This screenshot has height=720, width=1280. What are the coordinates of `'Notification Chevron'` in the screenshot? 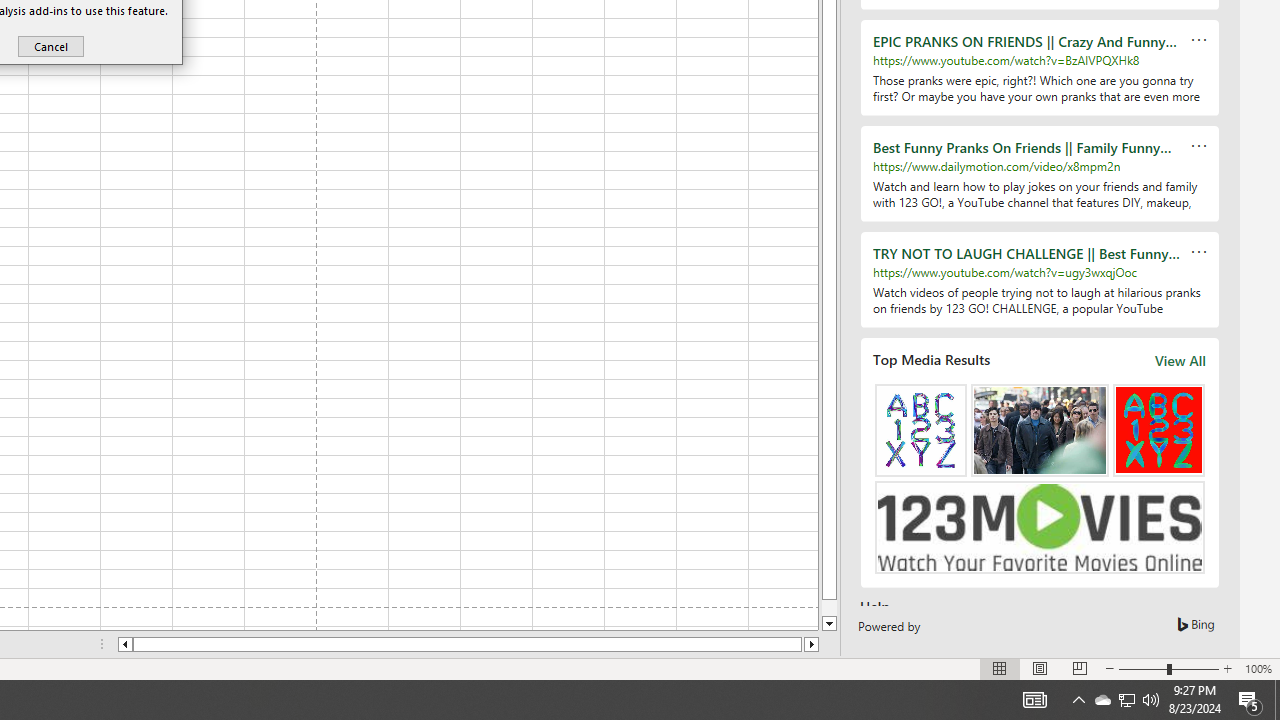 It's located at (1078, 698).